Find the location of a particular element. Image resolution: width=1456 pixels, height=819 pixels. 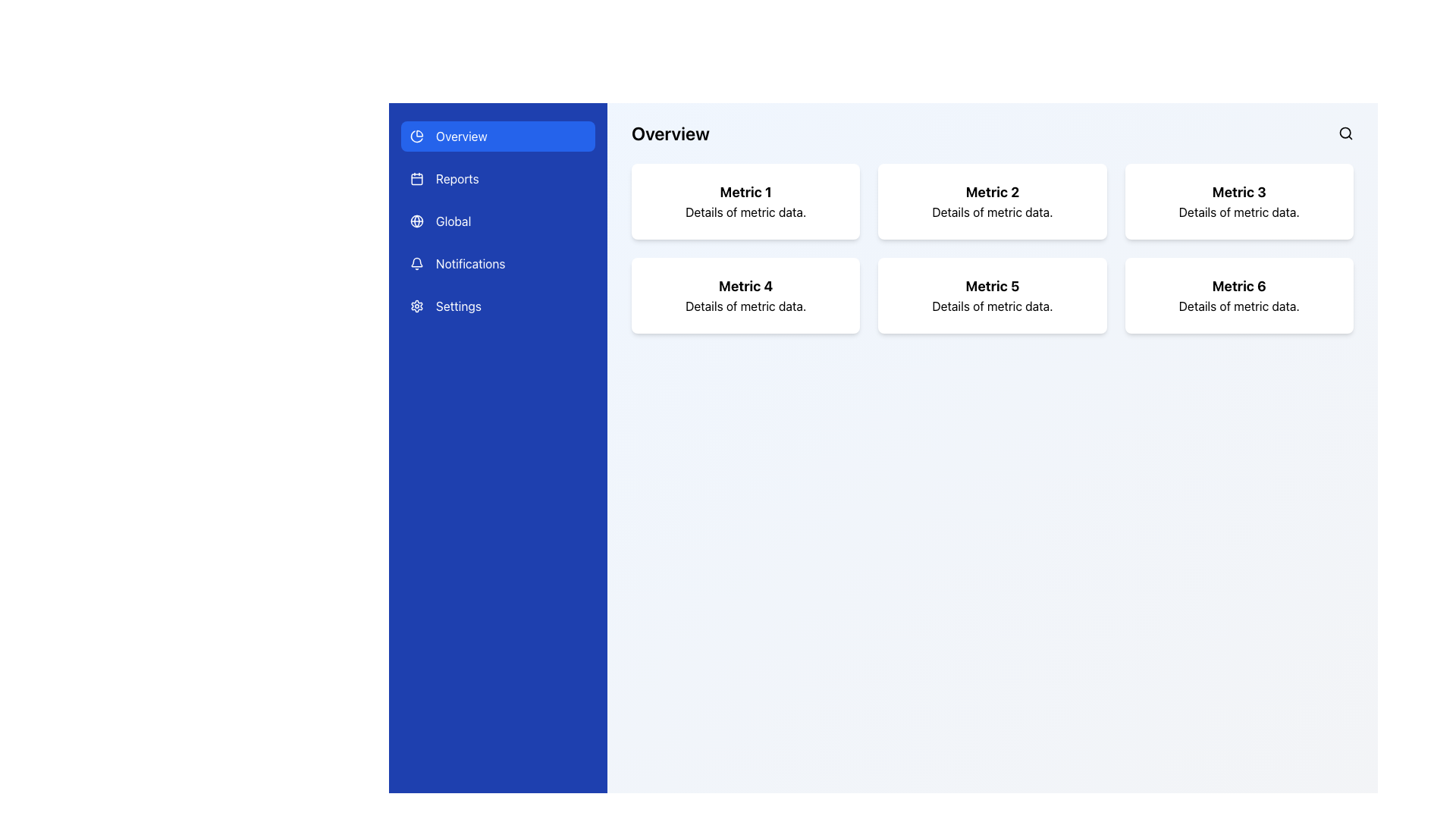

the notification icon located in the navigation sidebar, which is the first item in the horizontal layout group under the 'Notifications' menu option is located at coordinates (417, 262).